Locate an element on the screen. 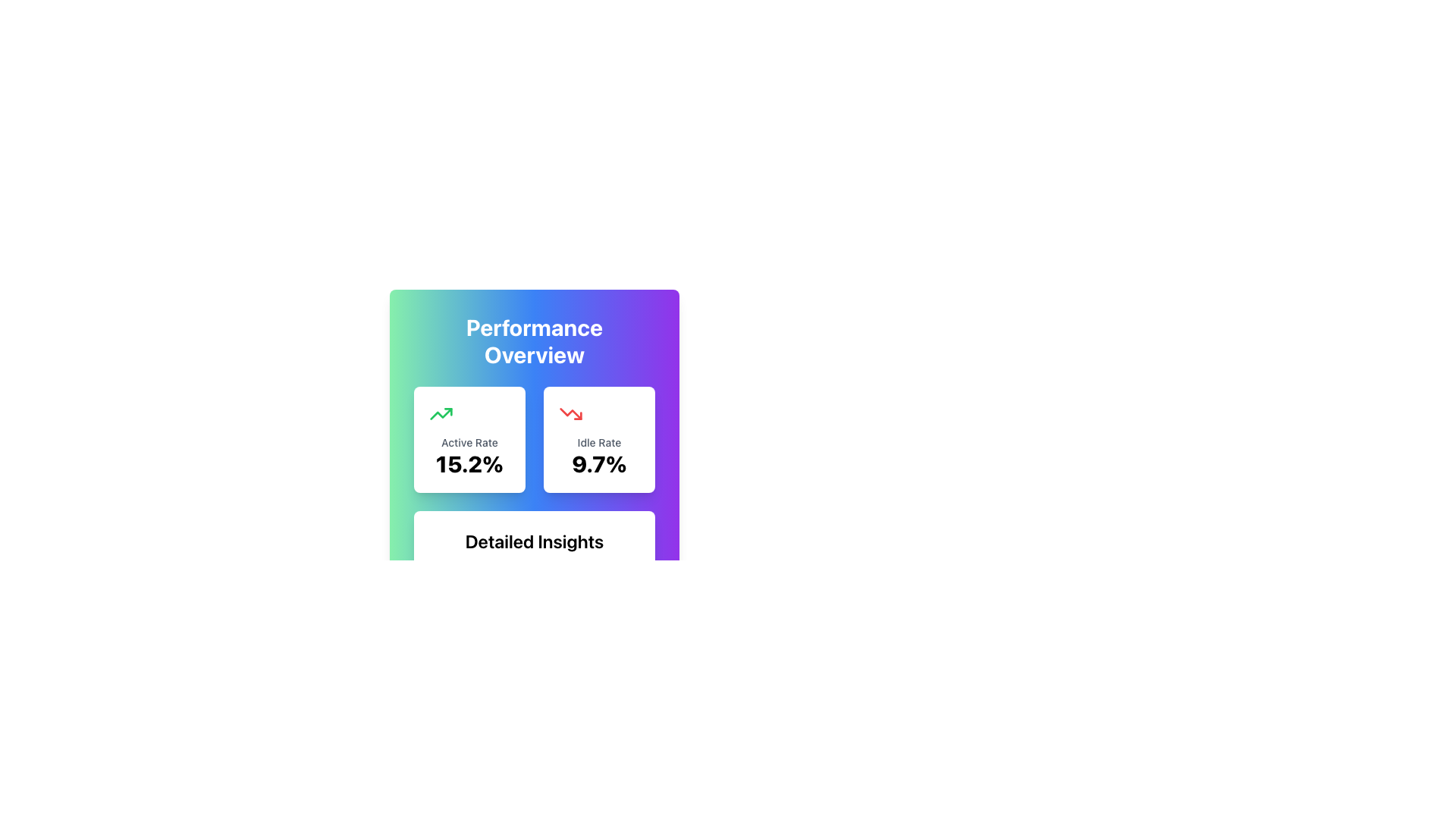  the static text element displaying the active rate percentage, which is positioned beneath the 'Active Rate' label and to the right of an upward trending icon is located at coordinates (469, 463).